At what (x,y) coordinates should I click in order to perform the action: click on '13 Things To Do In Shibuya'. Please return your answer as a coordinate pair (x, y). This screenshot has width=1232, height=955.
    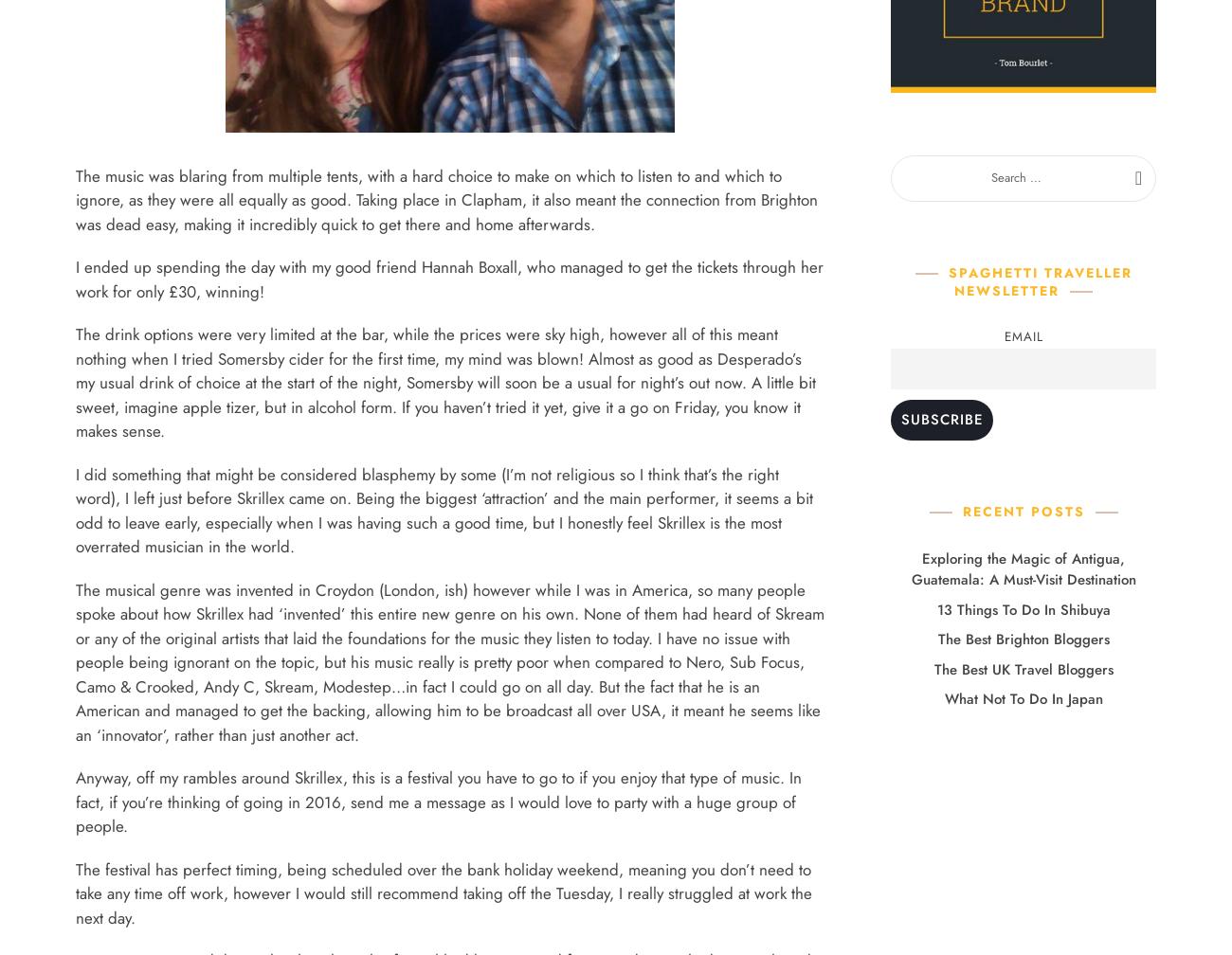
    Looking at the image, I should click on (1023, 609).